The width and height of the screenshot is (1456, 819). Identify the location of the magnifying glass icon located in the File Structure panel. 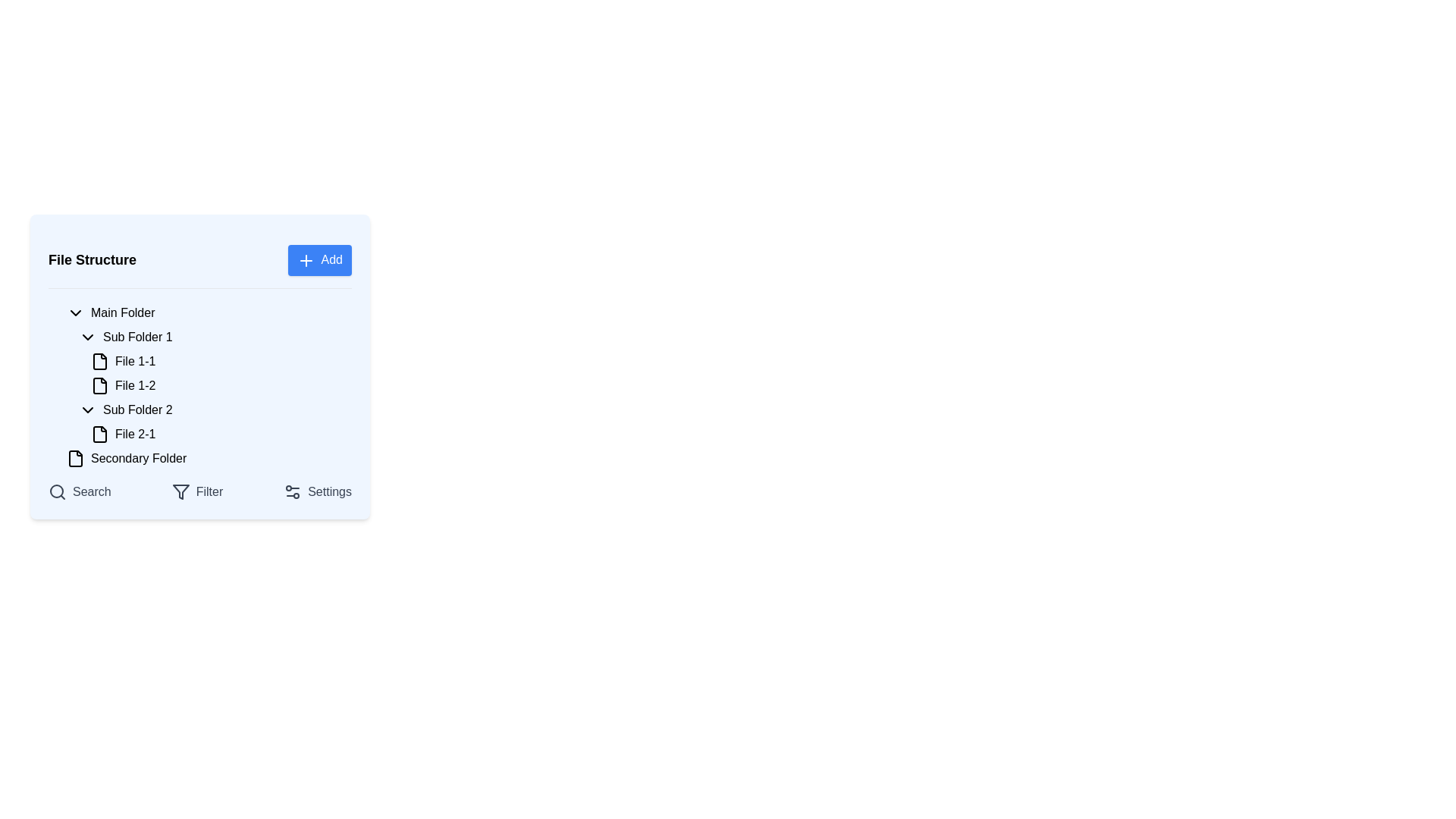
(58, 491).